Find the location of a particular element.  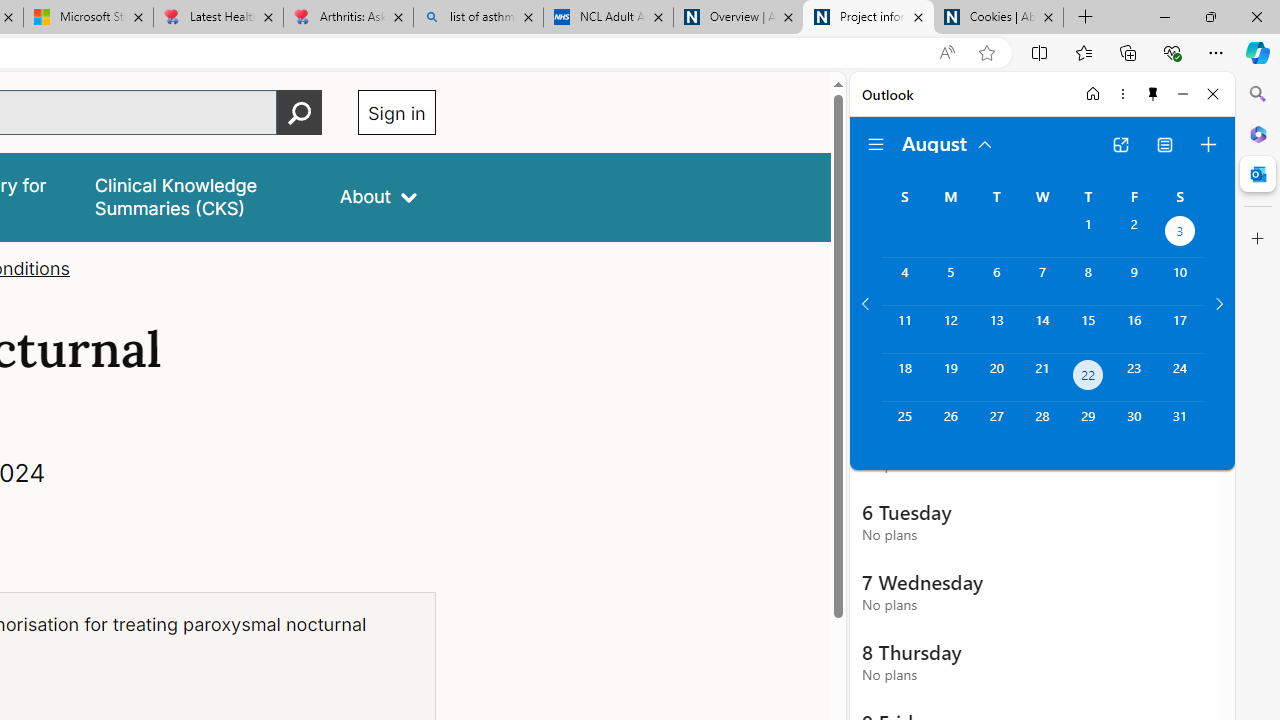

'Wednesday, August 28, 2024. ' is located at coordinates (1041, 424).